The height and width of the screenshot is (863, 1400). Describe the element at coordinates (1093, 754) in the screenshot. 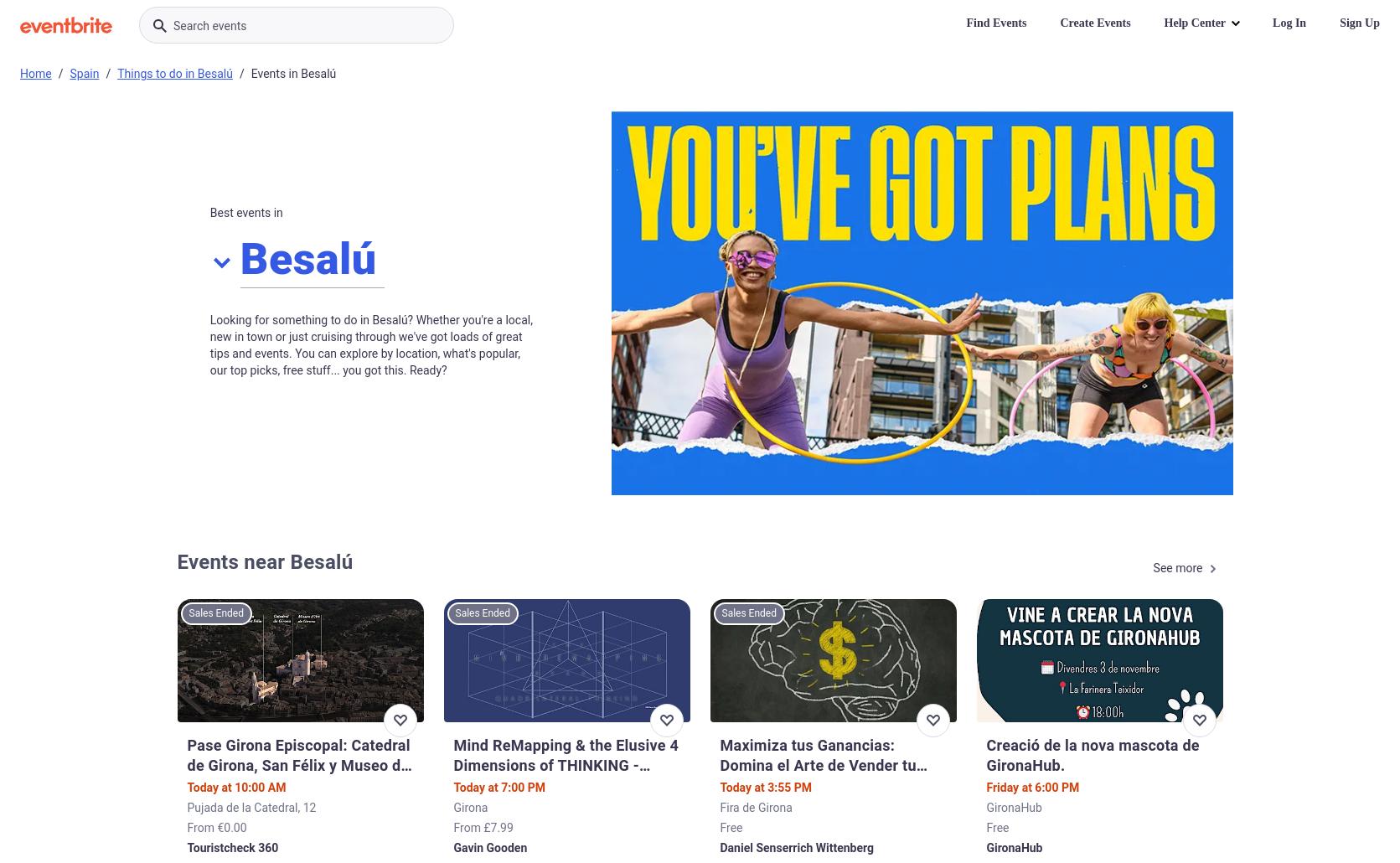

I see `'Creació de la nova mascota de GironaHub.'` at that location.